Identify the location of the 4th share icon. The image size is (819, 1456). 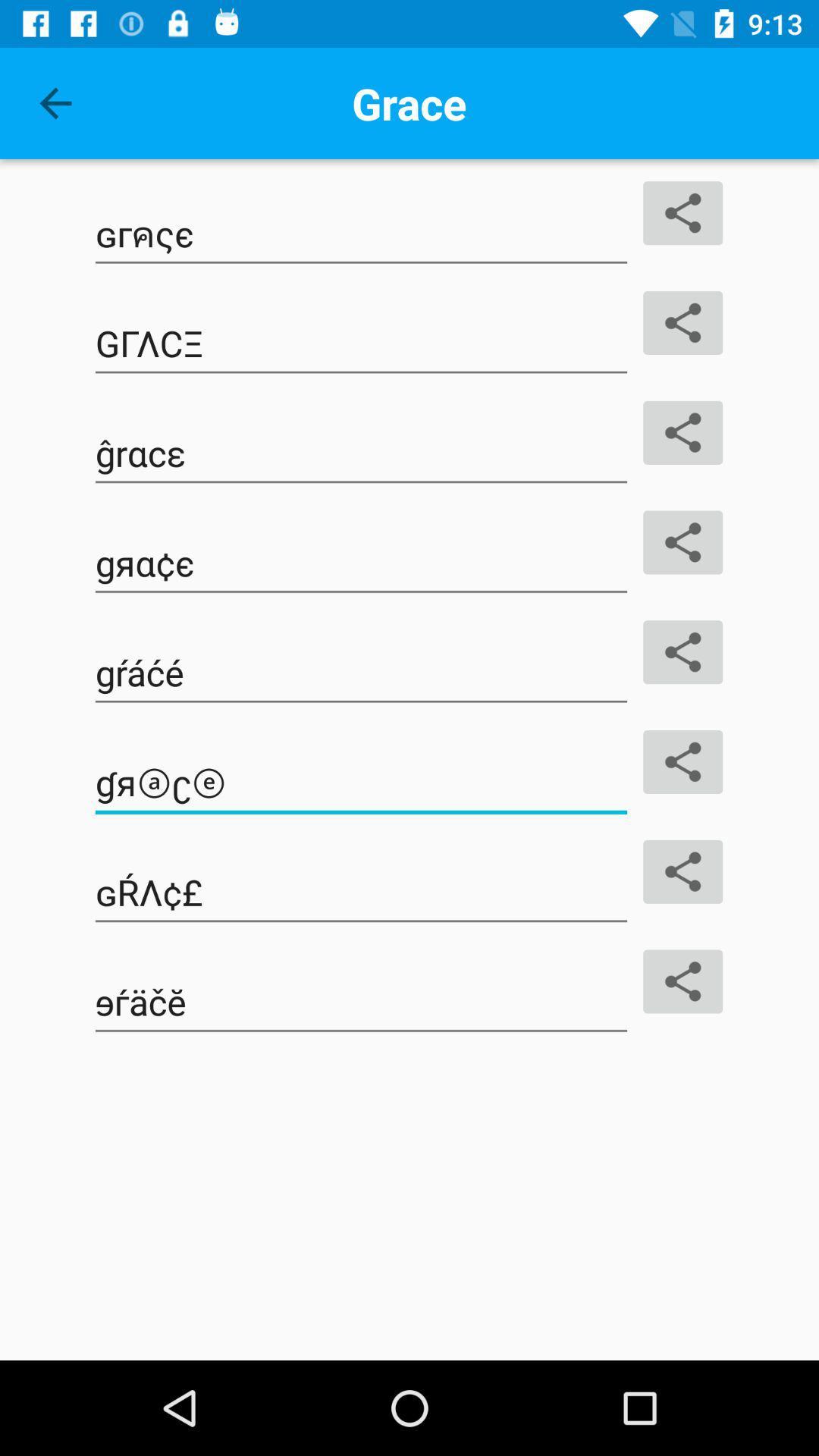
(683, 542).